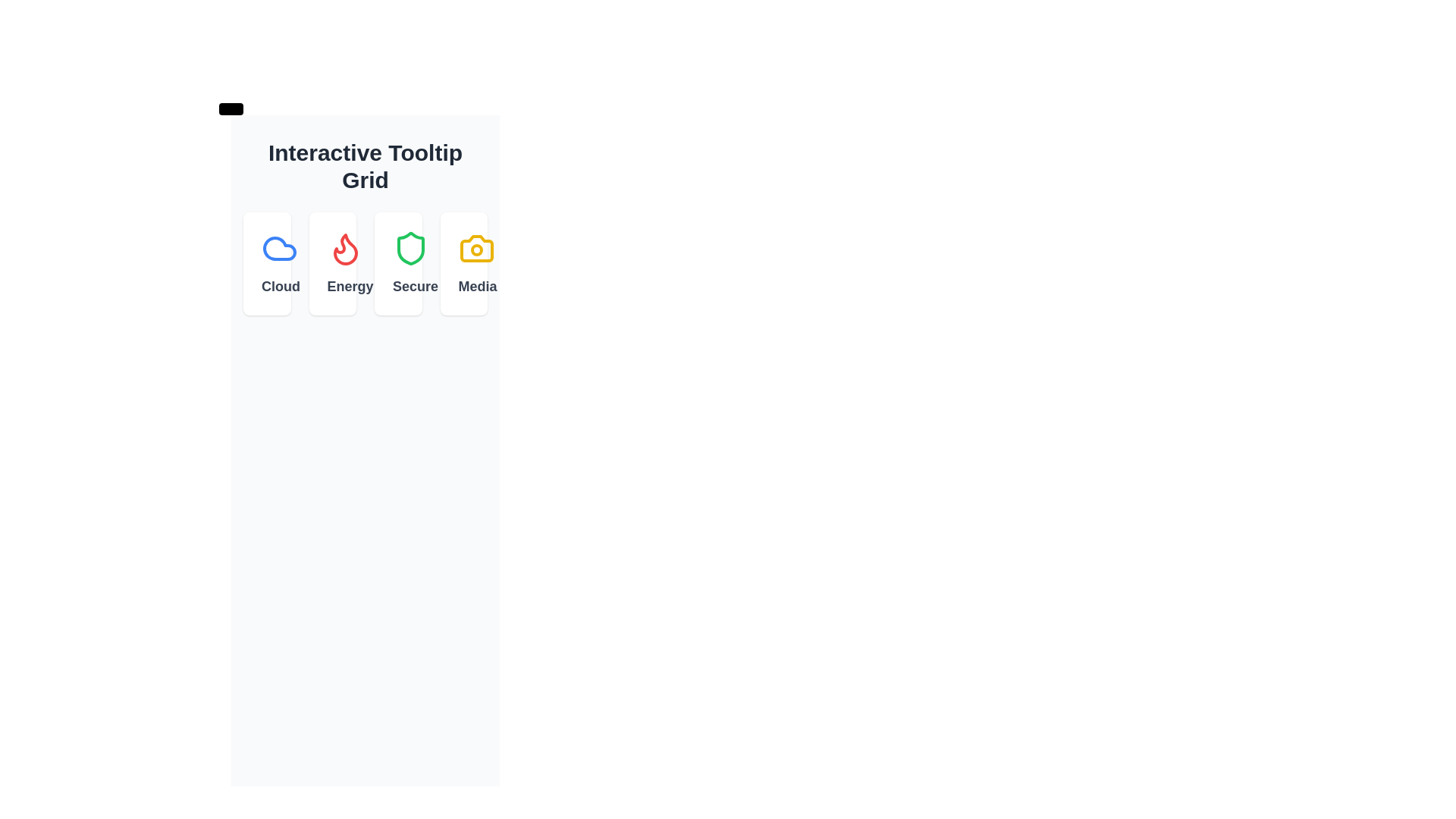  What do you see at coordinates (475, 247) in the screenshot?
I see `the camera icon outlined in thick yellow lines that represents the 'Media' option in the user interface` at bounding box center [475, 247].